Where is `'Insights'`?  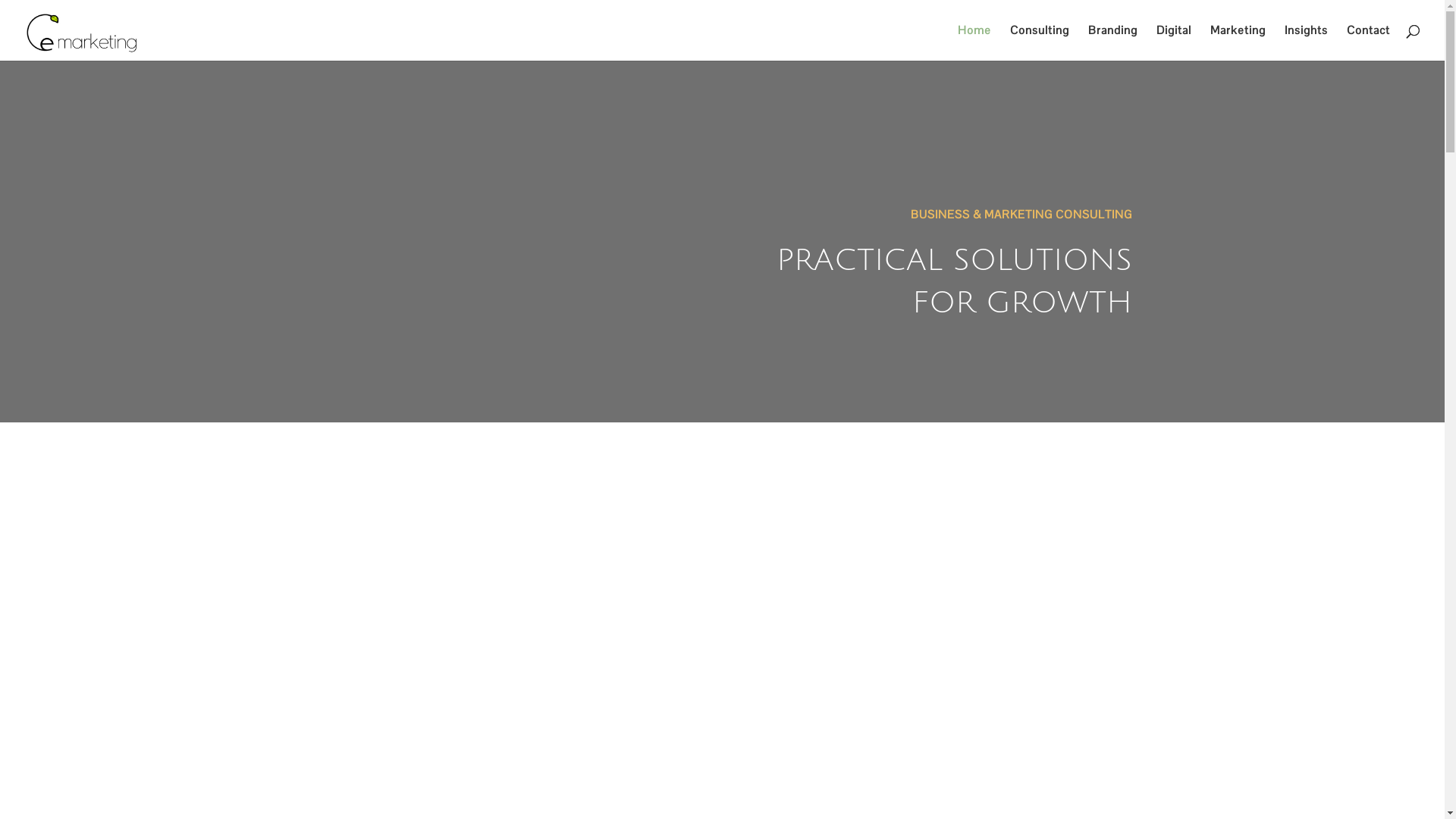 'Insights' is located at coordinates (1305, 42).